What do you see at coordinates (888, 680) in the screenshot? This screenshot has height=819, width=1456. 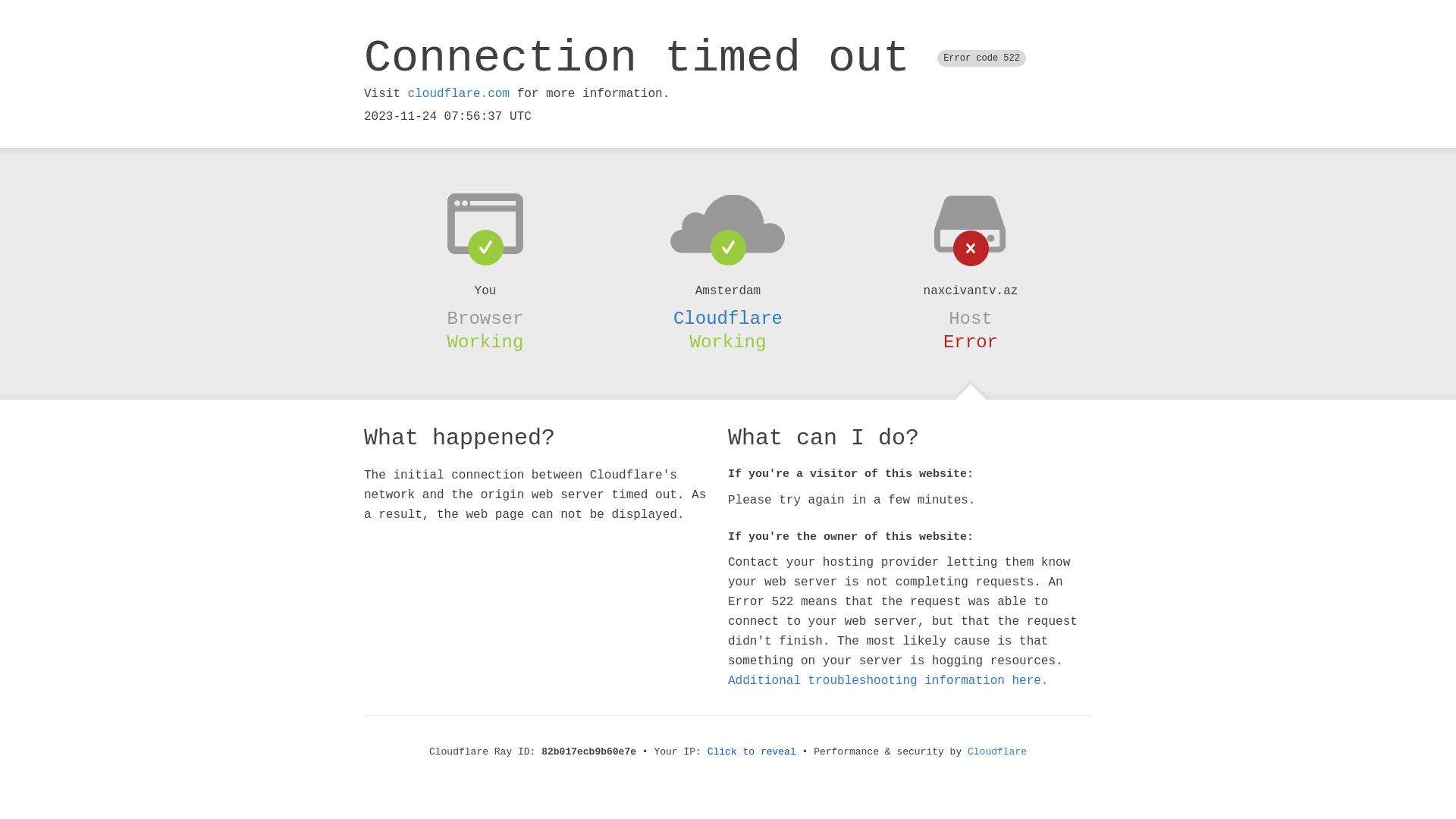 I see `'Additional troubleshooting information here.'` at bounding box center [888, 680].